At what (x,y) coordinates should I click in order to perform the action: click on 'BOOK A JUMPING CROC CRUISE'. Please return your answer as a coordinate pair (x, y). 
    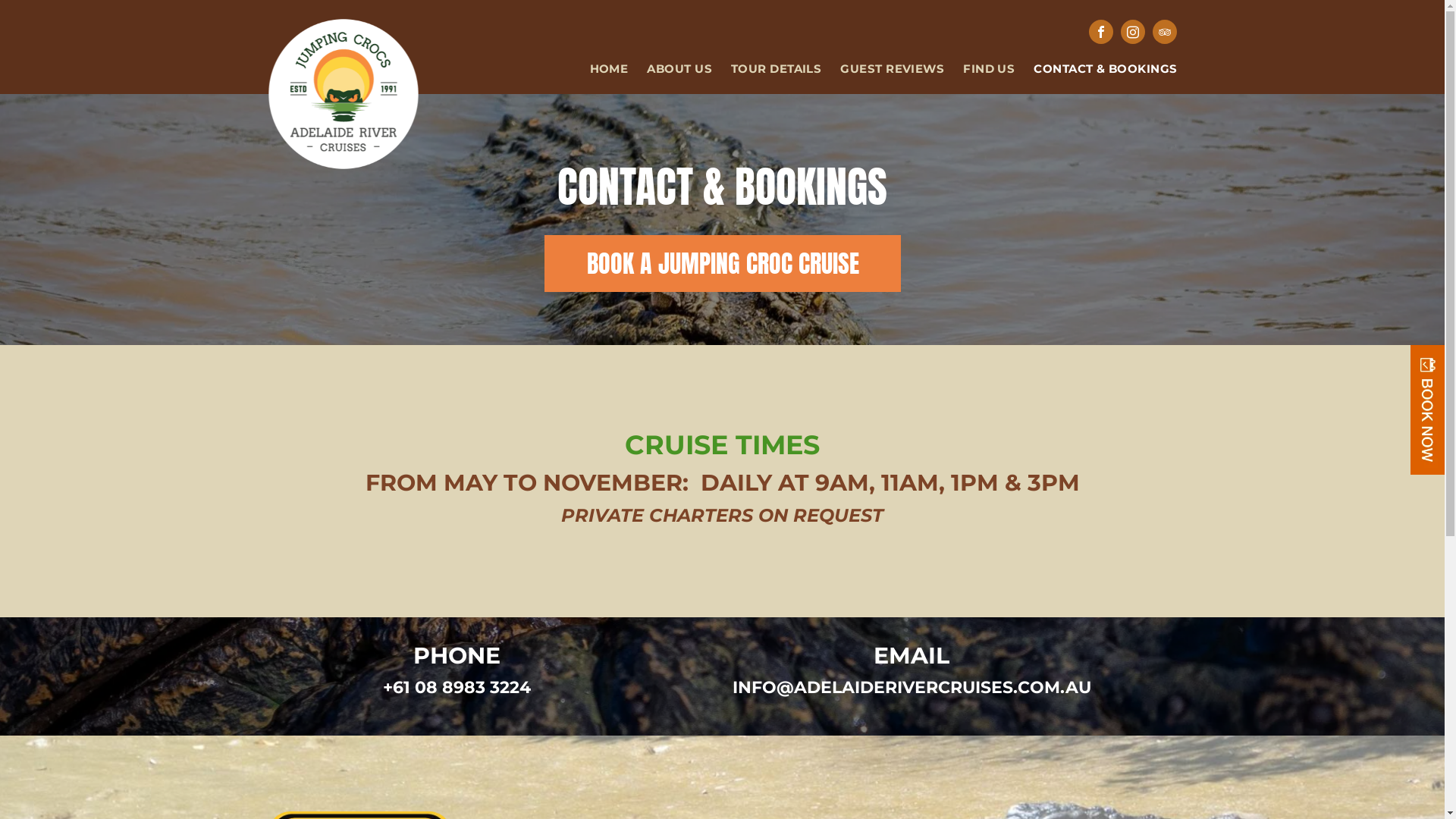
    Looking at the image, I should click on (721, 262).